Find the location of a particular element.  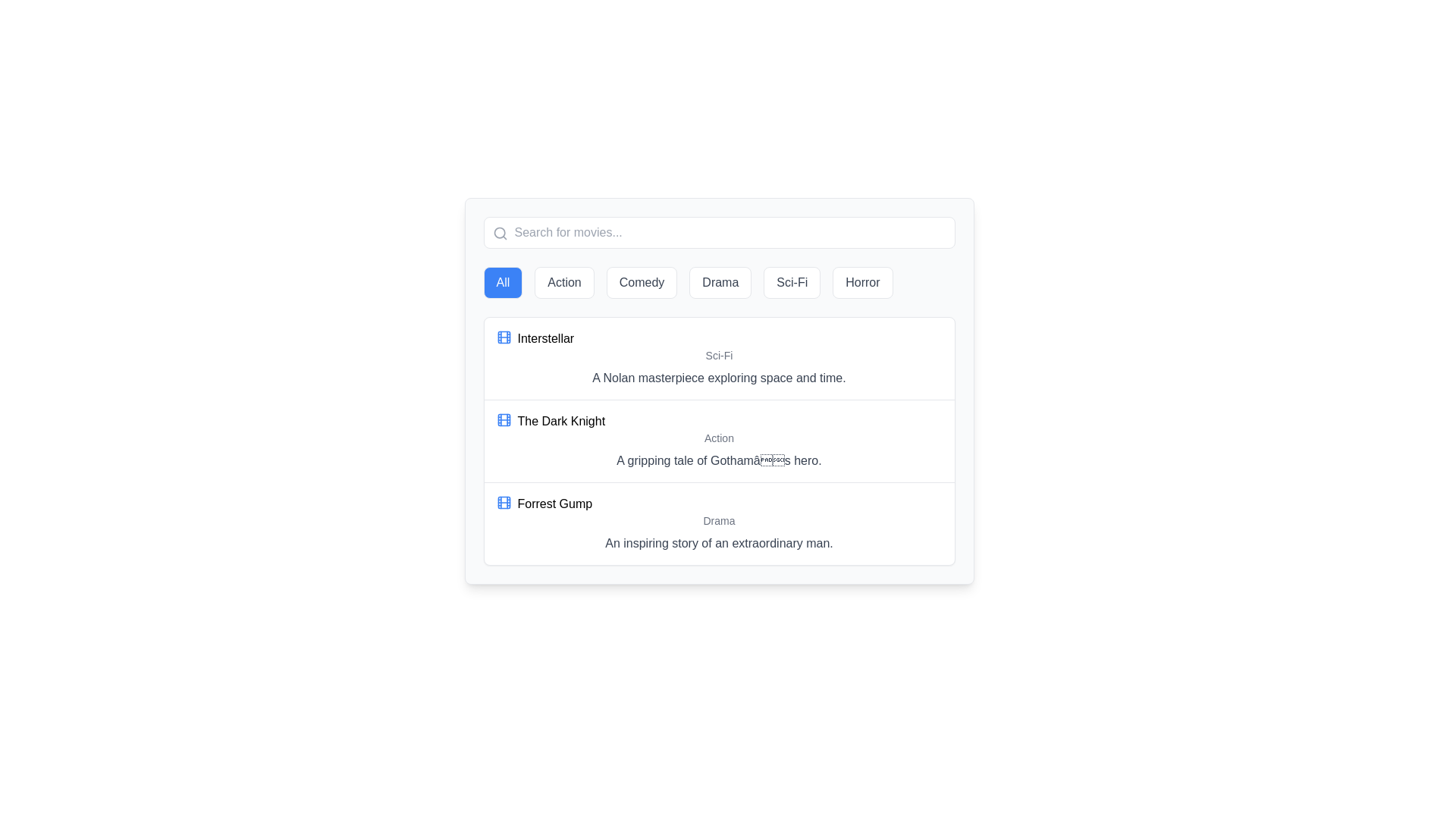

the text label displaying 'The Dark Knight', which is part of a vertical list of movie titles and located to the right of a blue film roll icon is located at coordinates (560, 421).